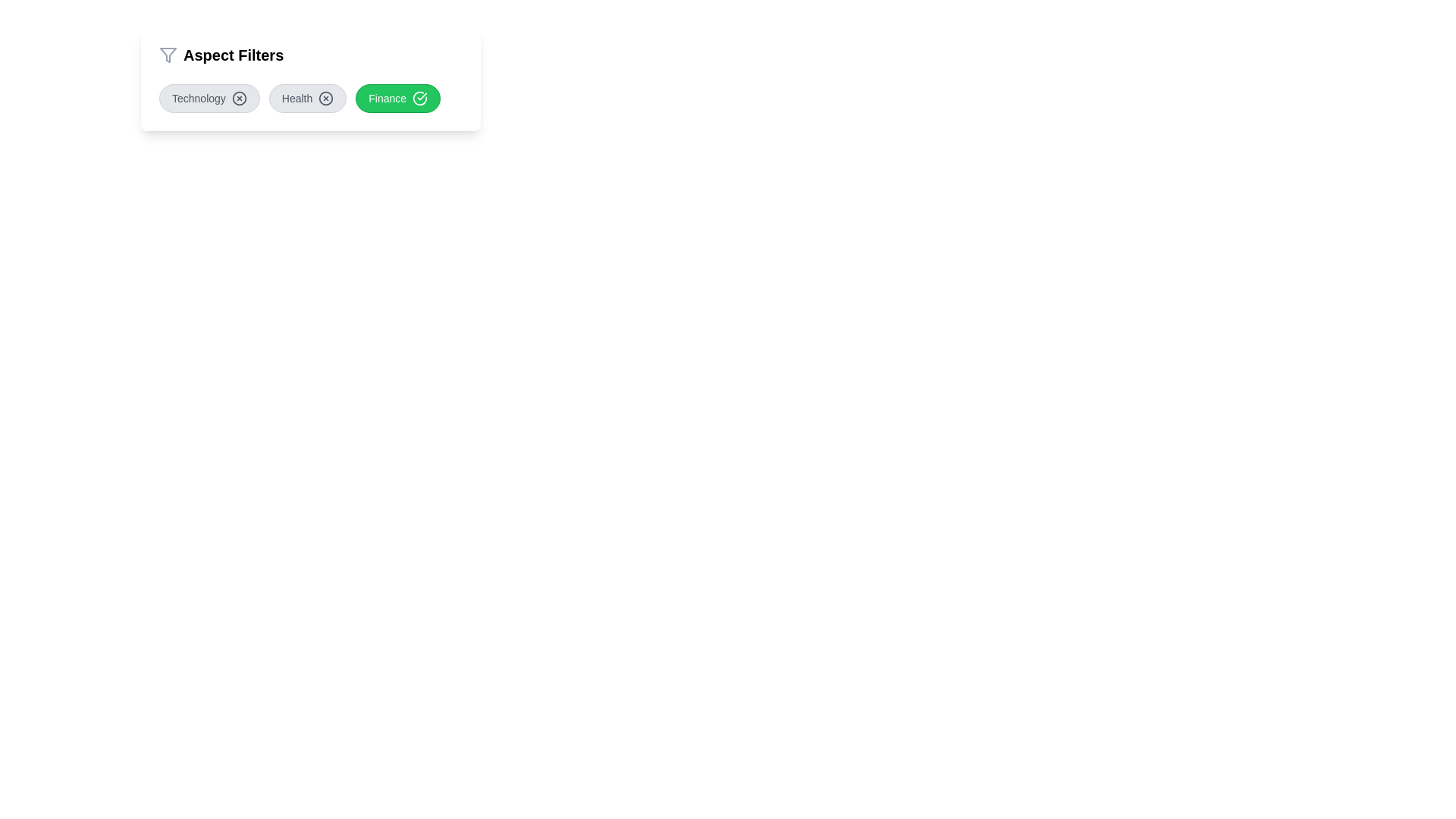  I want to click on the filter icon next to the 'Aspect Filters' title, so click(168, 55).